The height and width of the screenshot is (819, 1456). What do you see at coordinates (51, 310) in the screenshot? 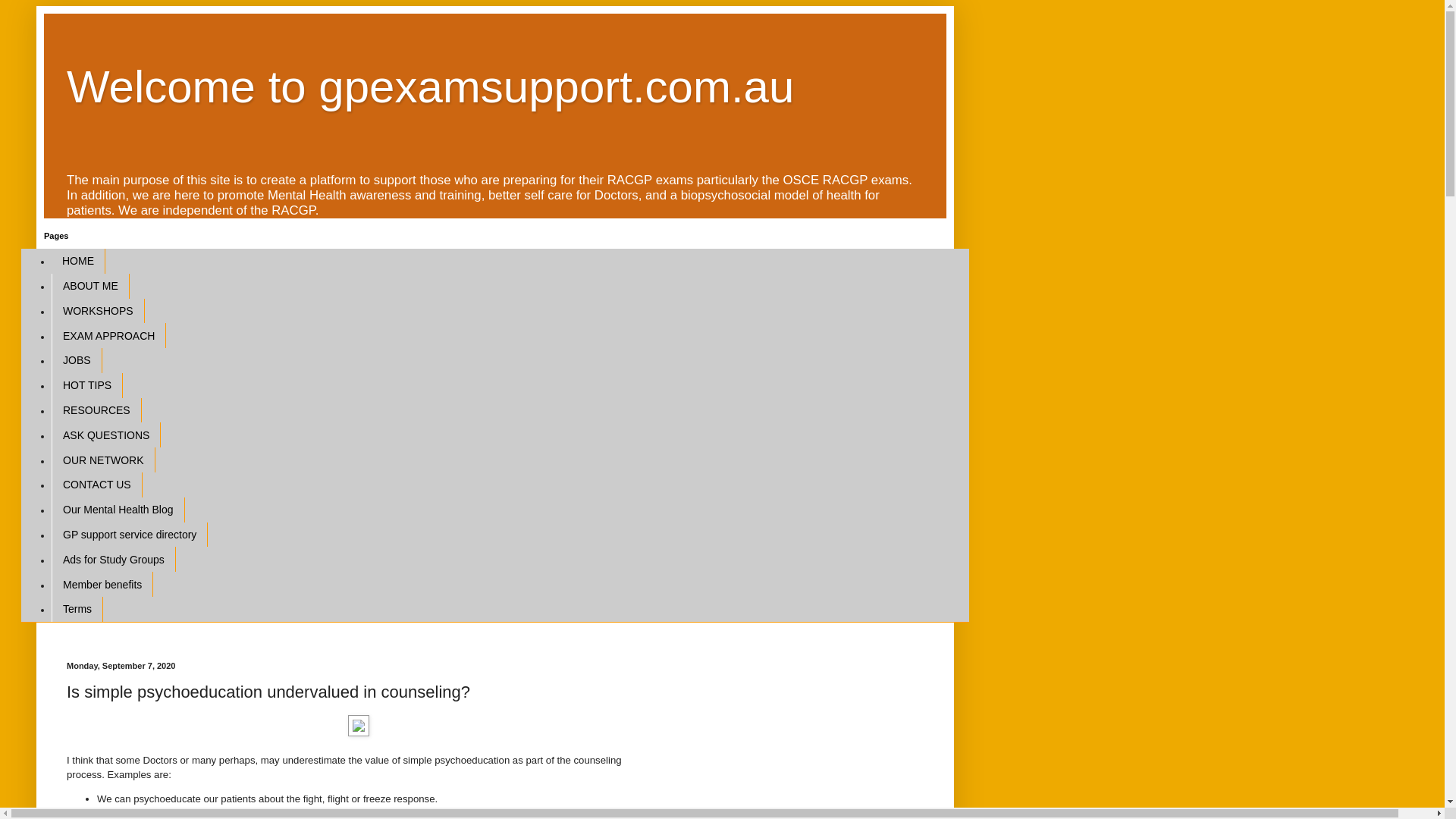
I see `'WORKSHOPS'` at bounding box center [51, 310].